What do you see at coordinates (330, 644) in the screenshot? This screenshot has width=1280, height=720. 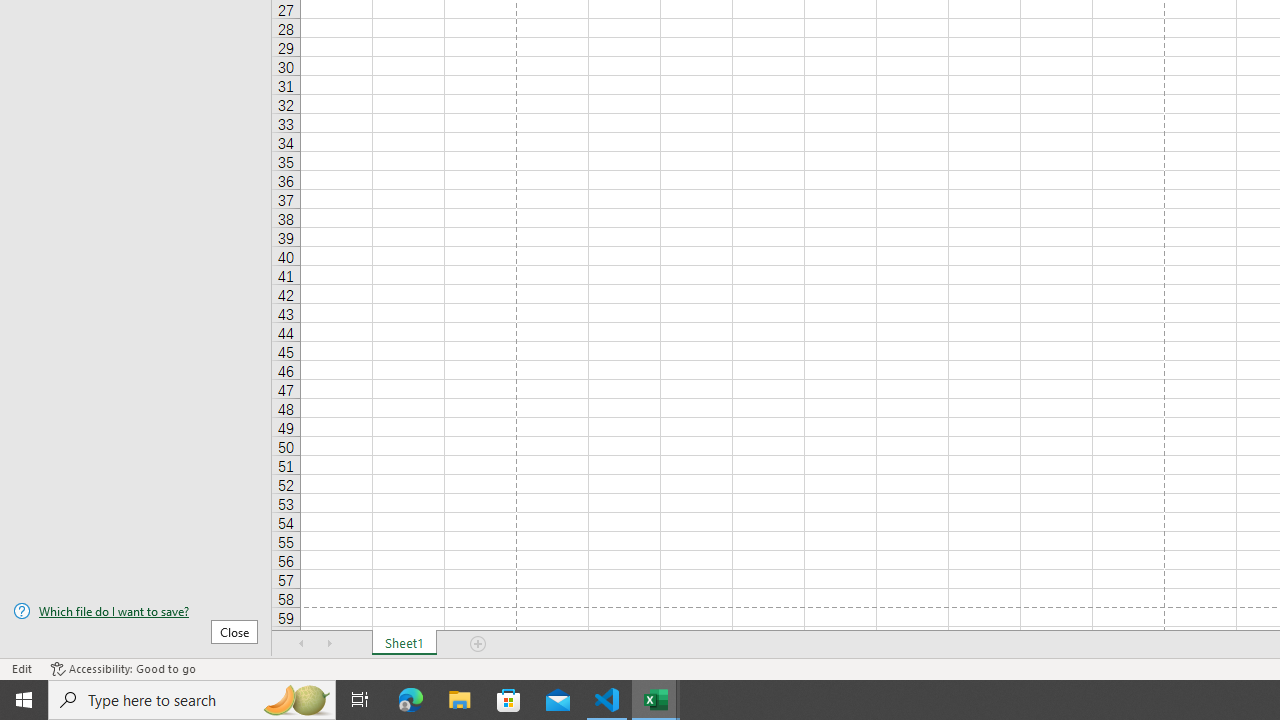 I see `'Scroll Right'` at bounding box center [330, 644].